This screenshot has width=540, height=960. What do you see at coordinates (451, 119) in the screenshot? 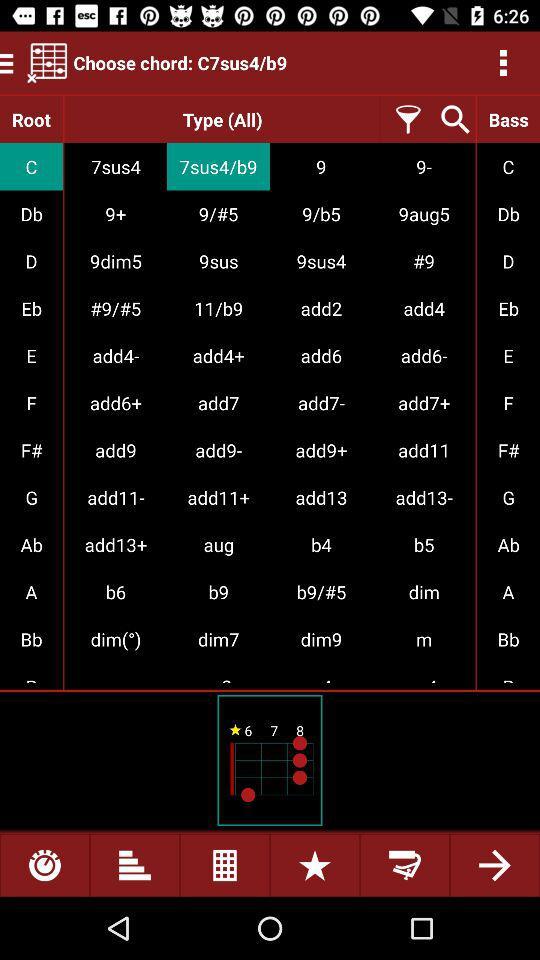
I see `search chords` at bounding box center [451, 119].